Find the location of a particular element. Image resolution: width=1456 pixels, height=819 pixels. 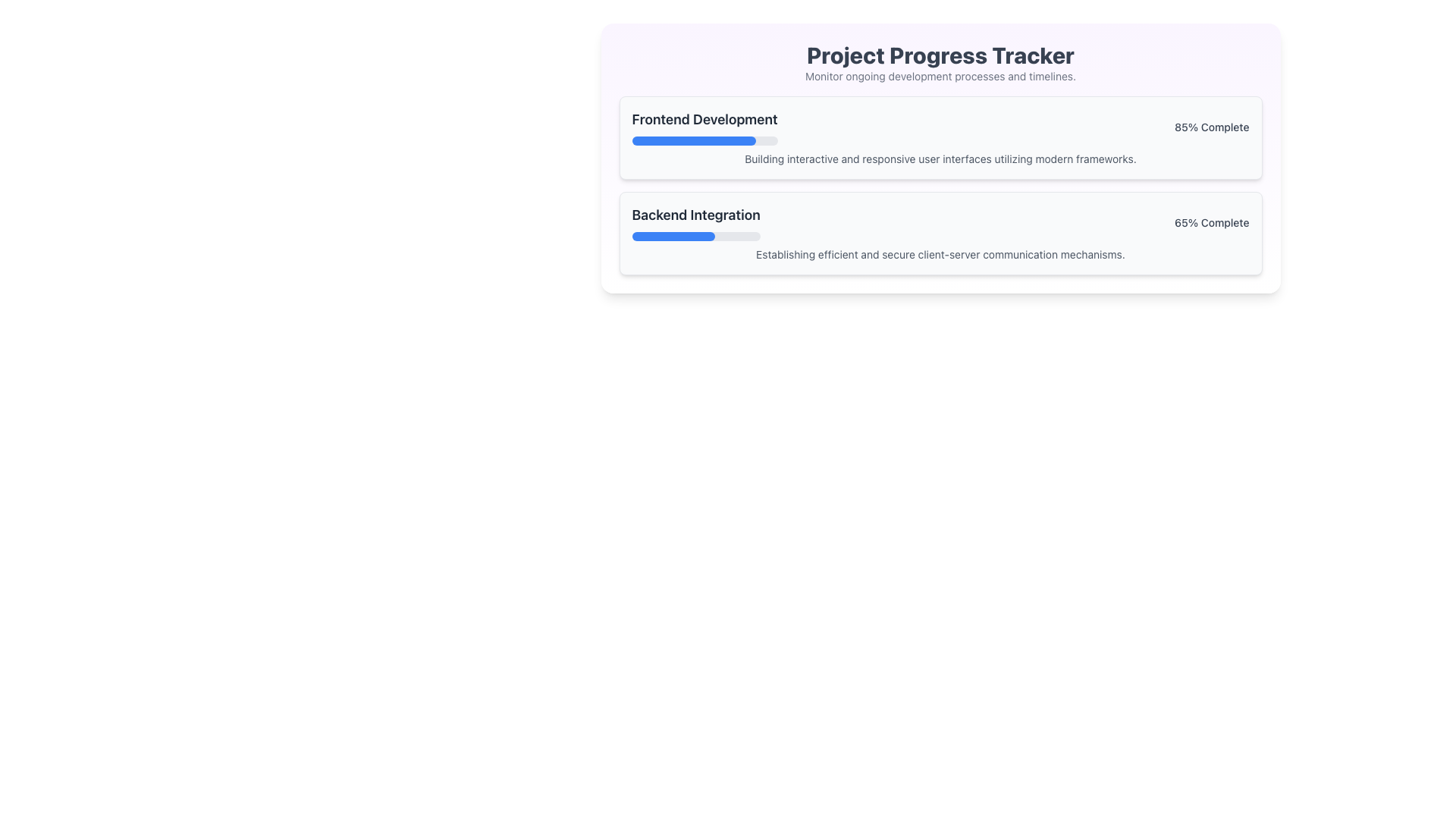

the horizontal progress bar with a grey background and blue-filled portion indicating progression, located below the 'Frontend Development' heading is located at coordinates (704, 140).